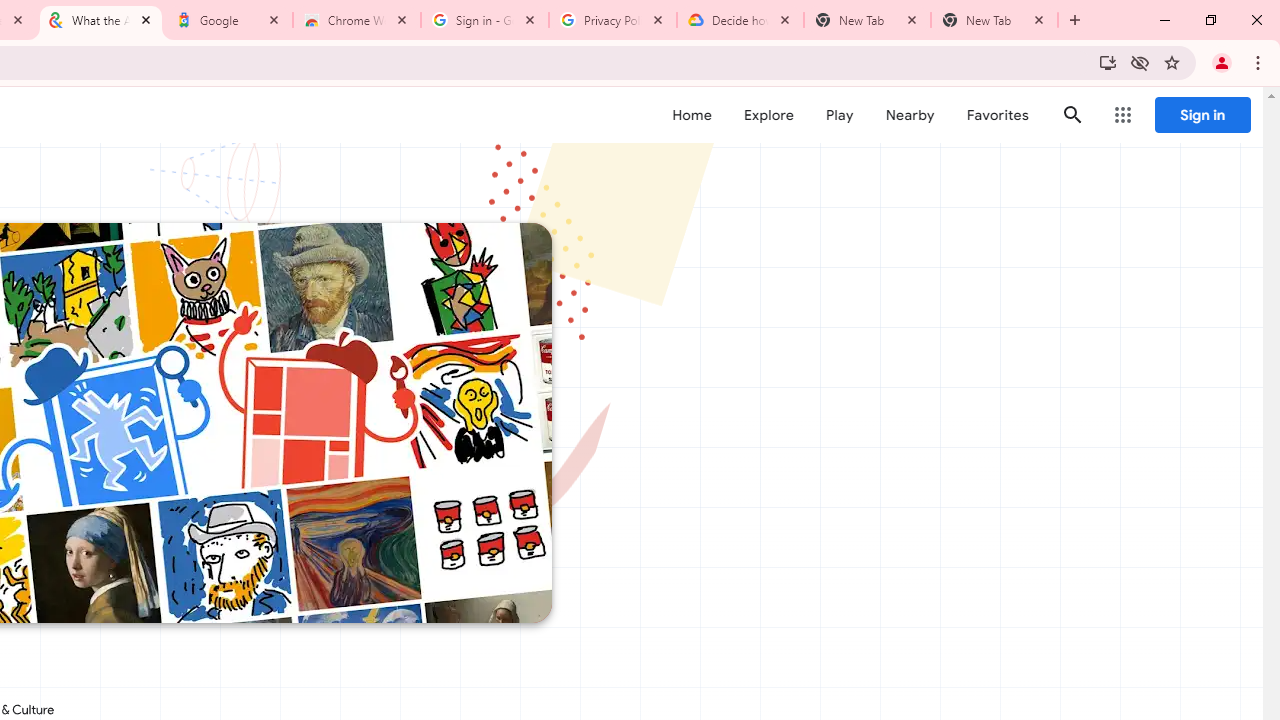  What do you see at coordinates (357, 20) in the screenshot?
I see `'Chrome Web Store - Color themes by Chrome'` at bounding box center [357, 20].